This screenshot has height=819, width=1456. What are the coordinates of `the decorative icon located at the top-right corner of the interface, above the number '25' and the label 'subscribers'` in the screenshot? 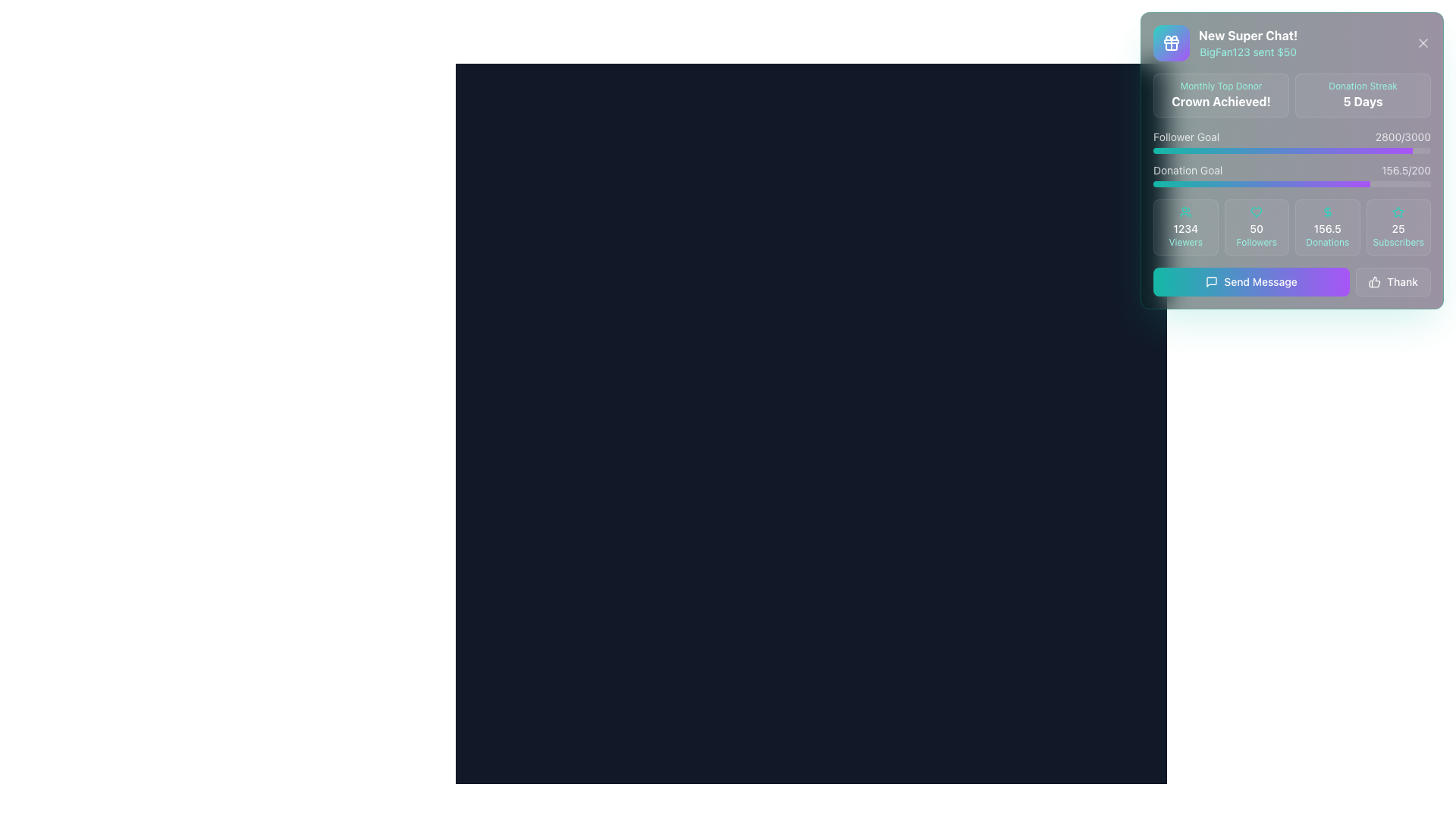 It's located at (1398, 212).